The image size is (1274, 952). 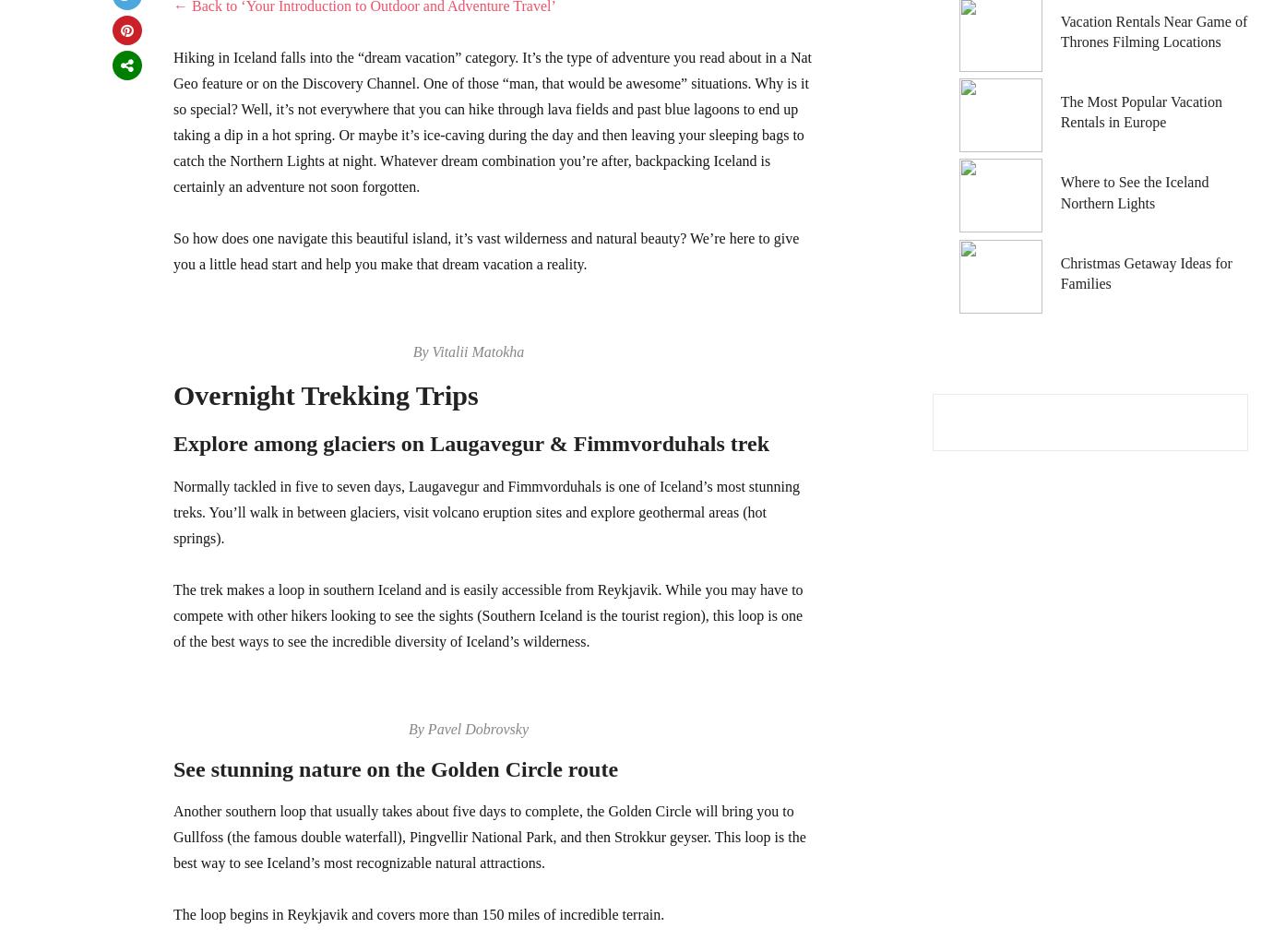 What do you see at coordinates (978, 41) in the screenshot?
I see `'Iceland'` at bounding box center [978, 41].